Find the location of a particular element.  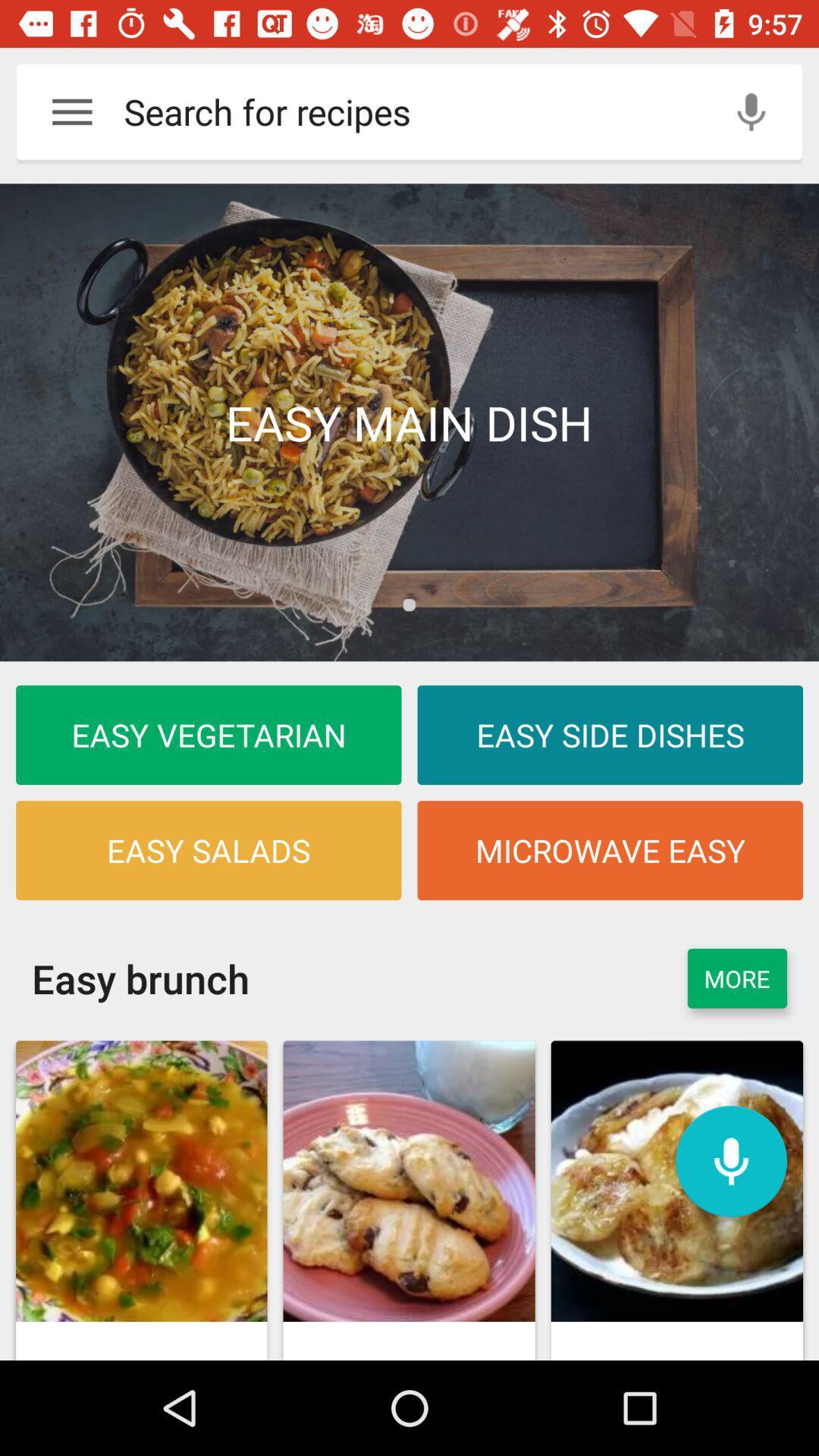

the microphone icon is located at coordinates (751, 111).